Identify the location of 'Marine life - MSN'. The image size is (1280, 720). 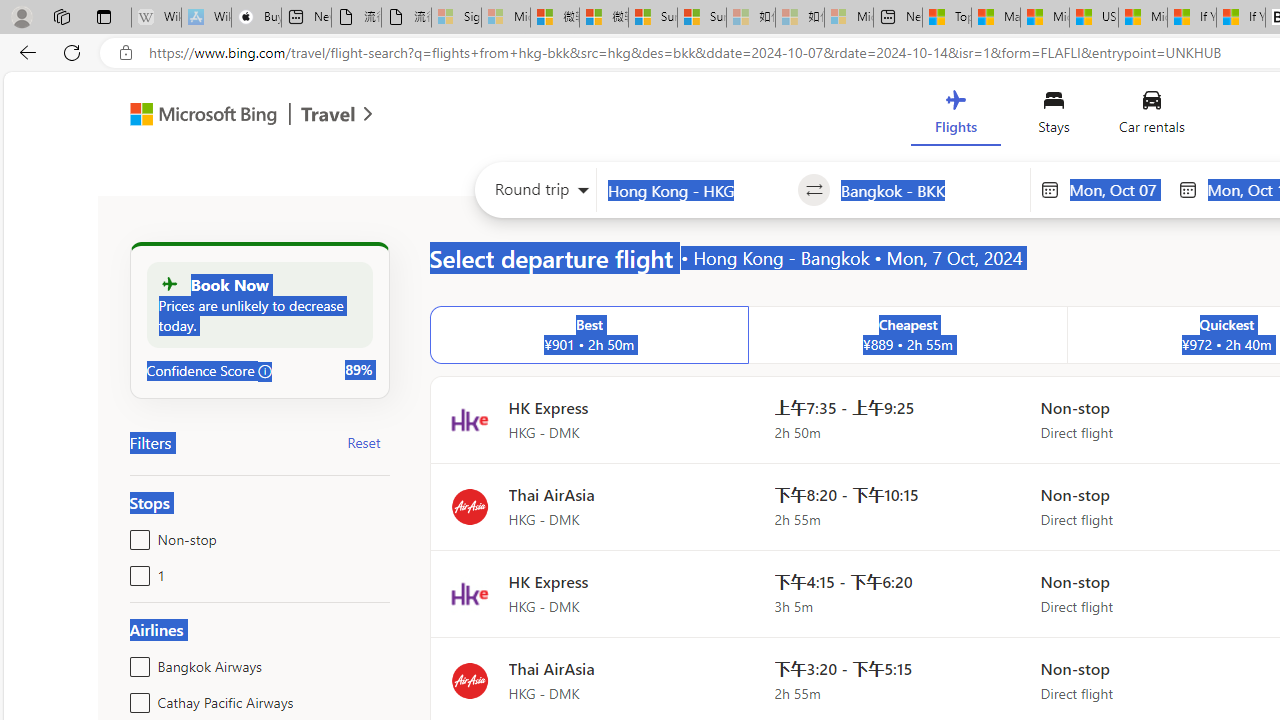
(995, 17).